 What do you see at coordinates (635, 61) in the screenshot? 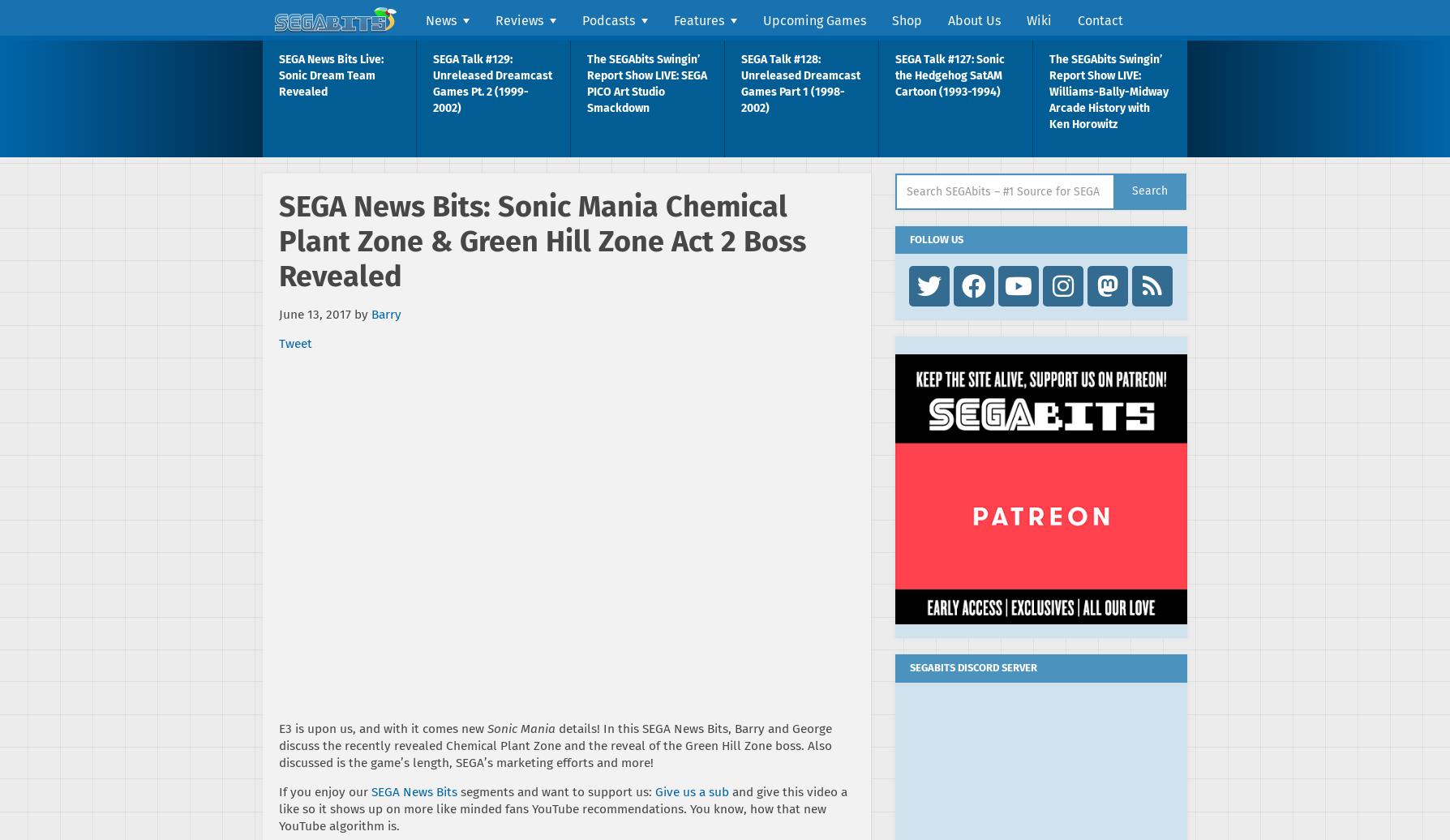
I see `'SEGA Talk Podcast'` at bounding box center [635, 61].